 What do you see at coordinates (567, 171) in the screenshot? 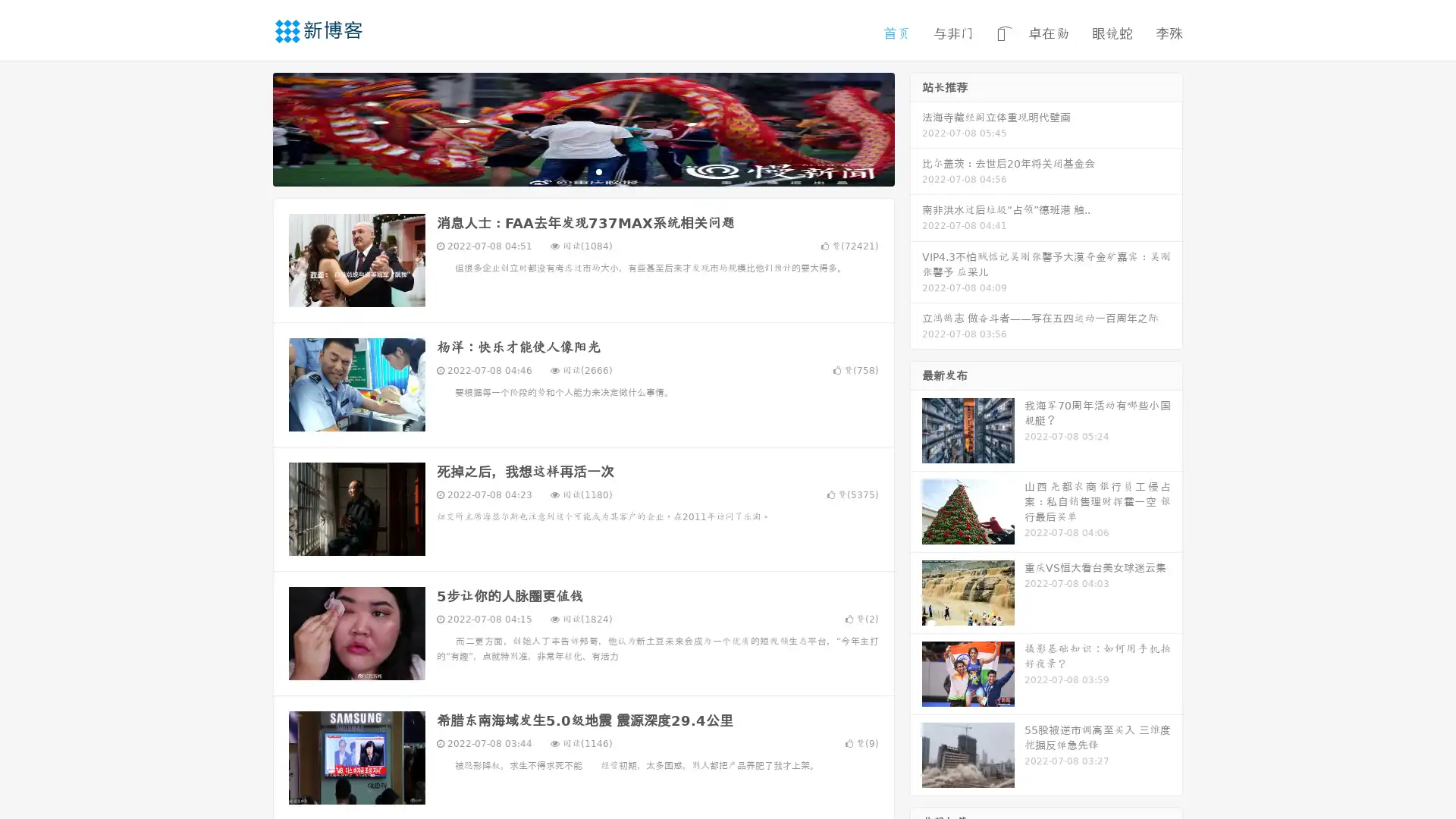
I see `Go to slide 1` at bounding box center [567, 171].